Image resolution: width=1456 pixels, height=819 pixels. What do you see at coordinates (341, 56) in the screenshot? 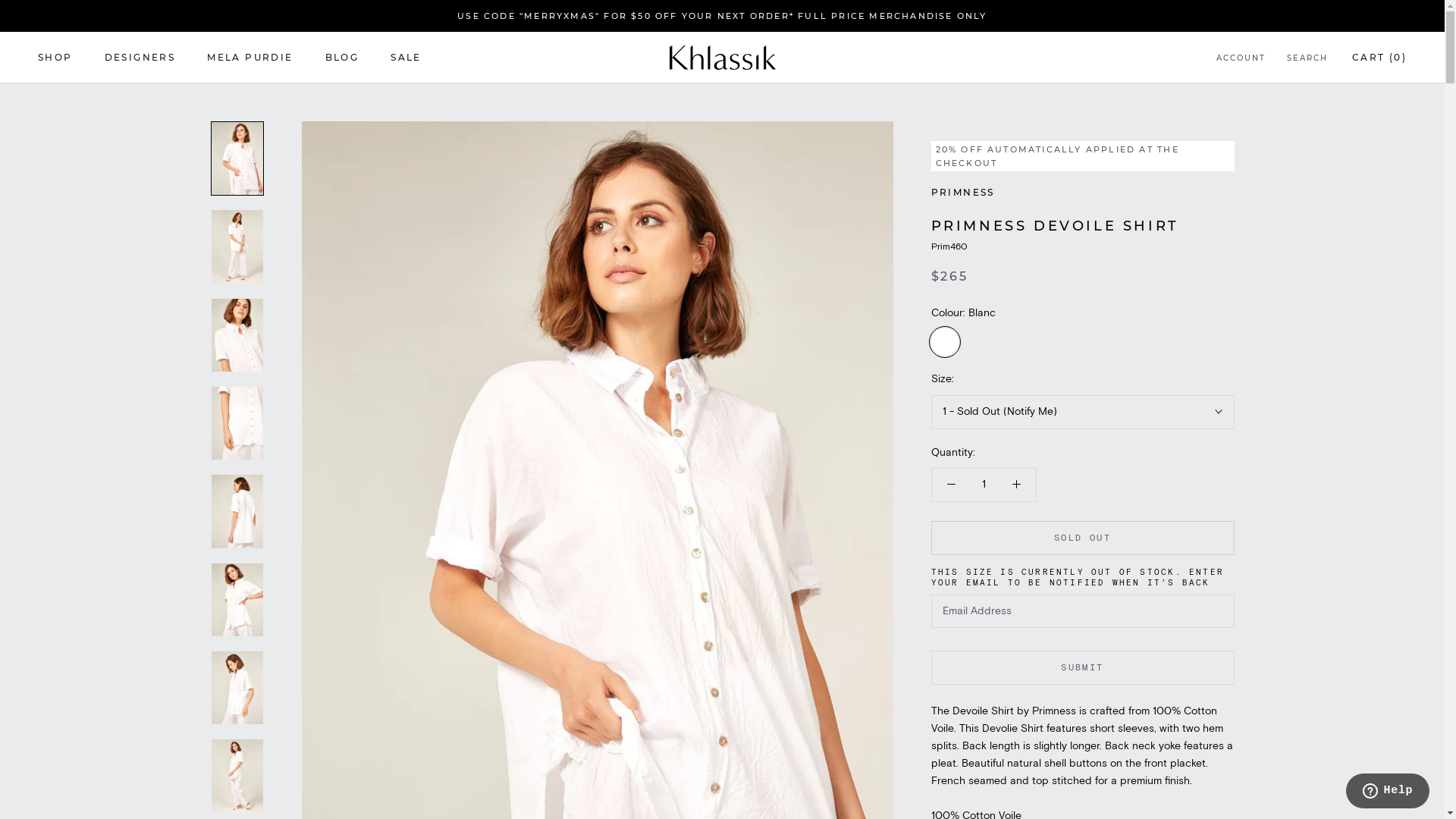
I see `'BLOG` at bounding box center [341, 56].